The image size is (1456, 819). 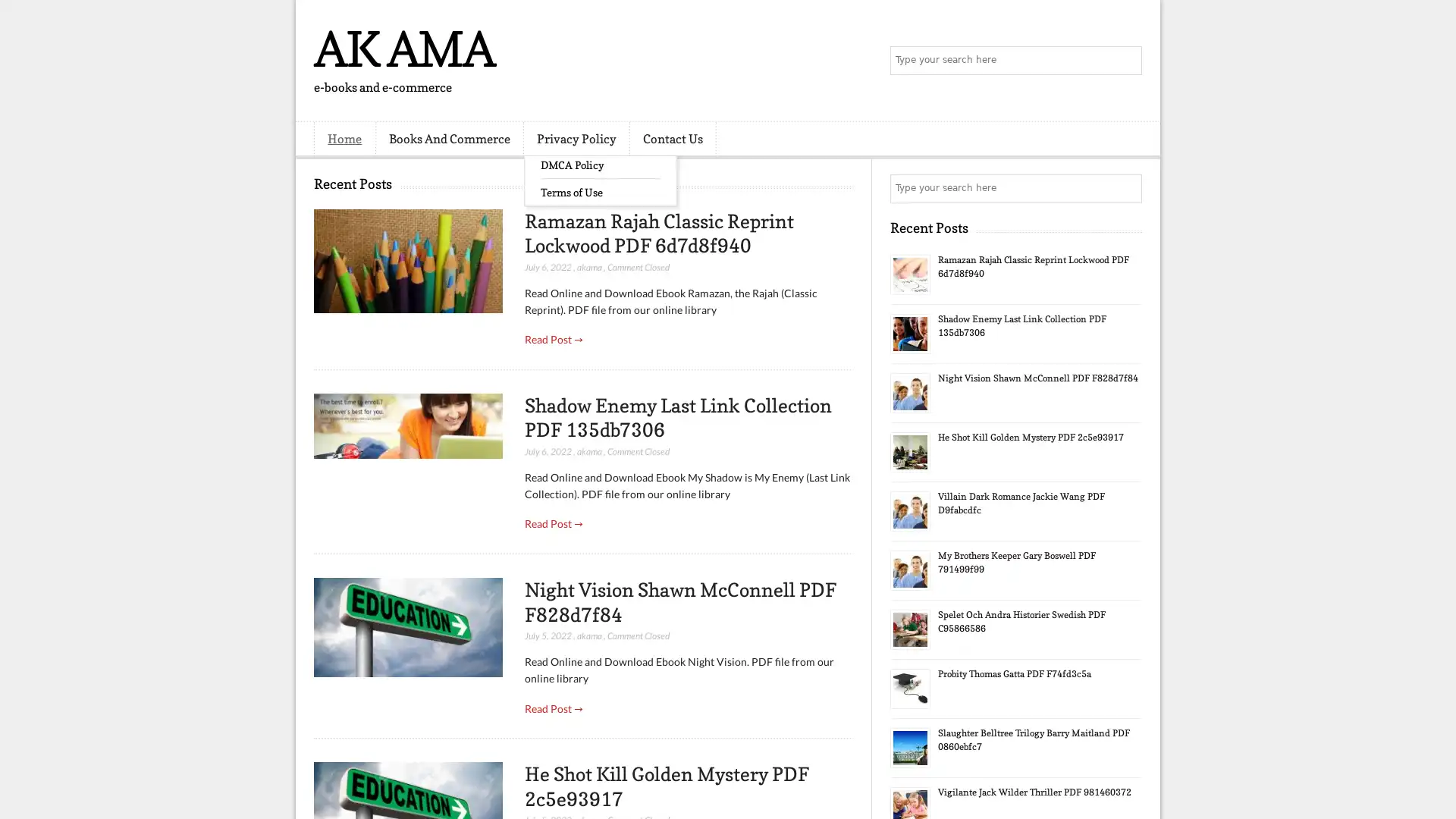 I want to click on Search, so click(x=1126, y=61).